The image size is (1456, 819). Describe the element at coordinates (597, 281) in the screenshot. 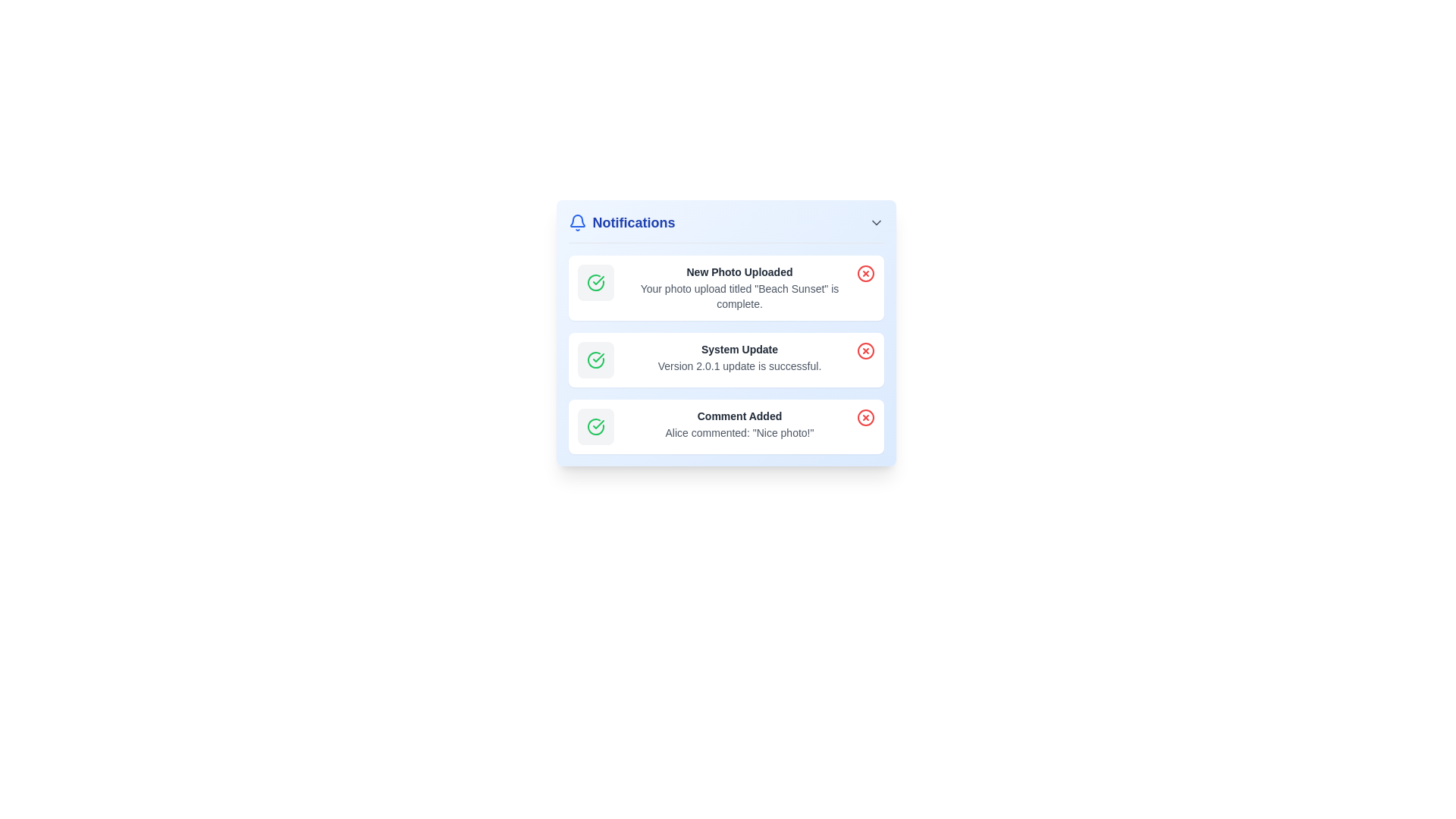

I see `the completed notification icon located to the left of the 'System Update' text in the notification list` at that location.